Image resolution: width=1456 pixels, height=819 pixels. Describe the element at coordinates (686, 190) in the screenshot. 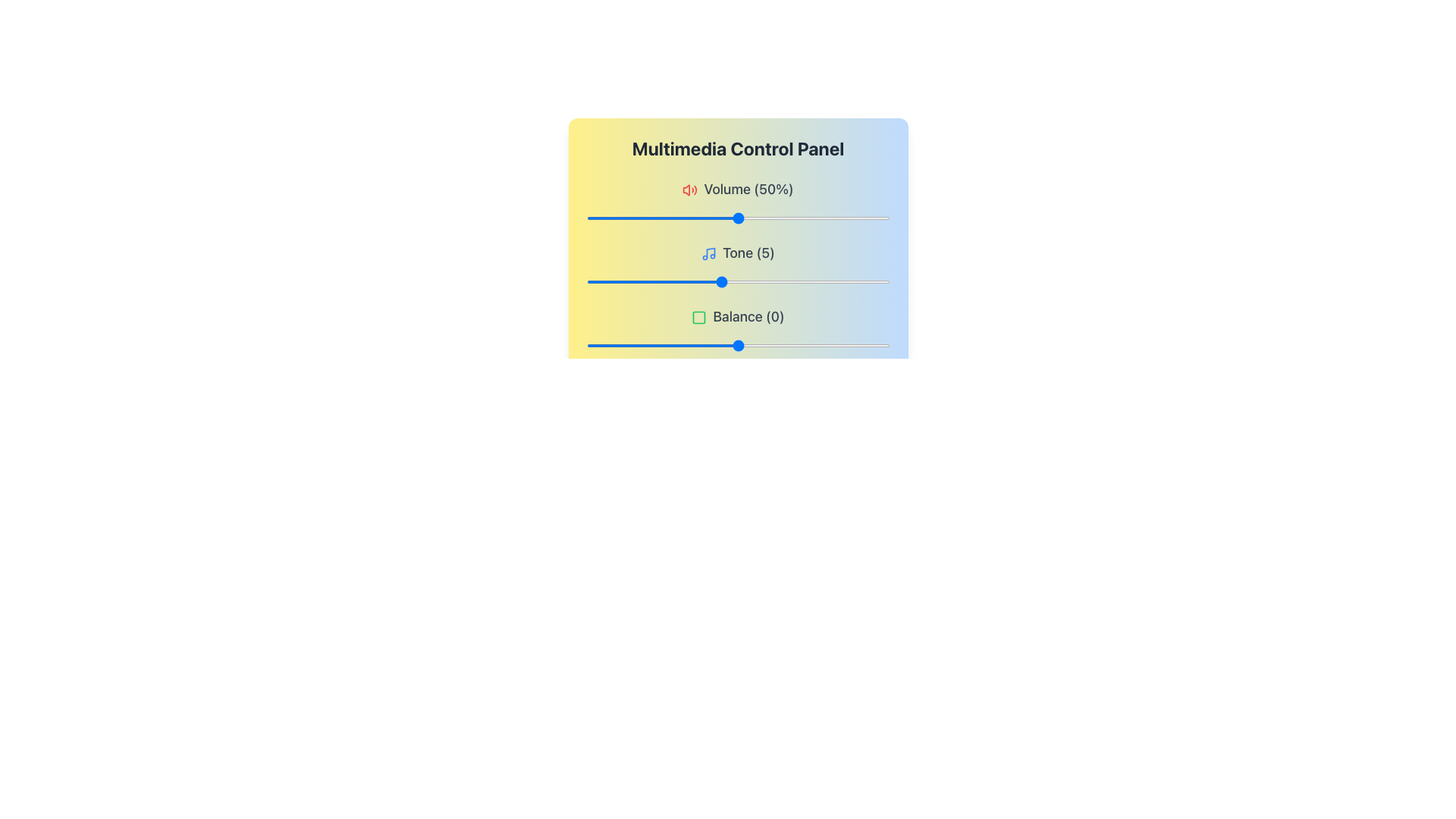

I see `the red graphical icon representing the speaker or volume control, which is located to the left of the 'Volume (50%)' text label` at that location.